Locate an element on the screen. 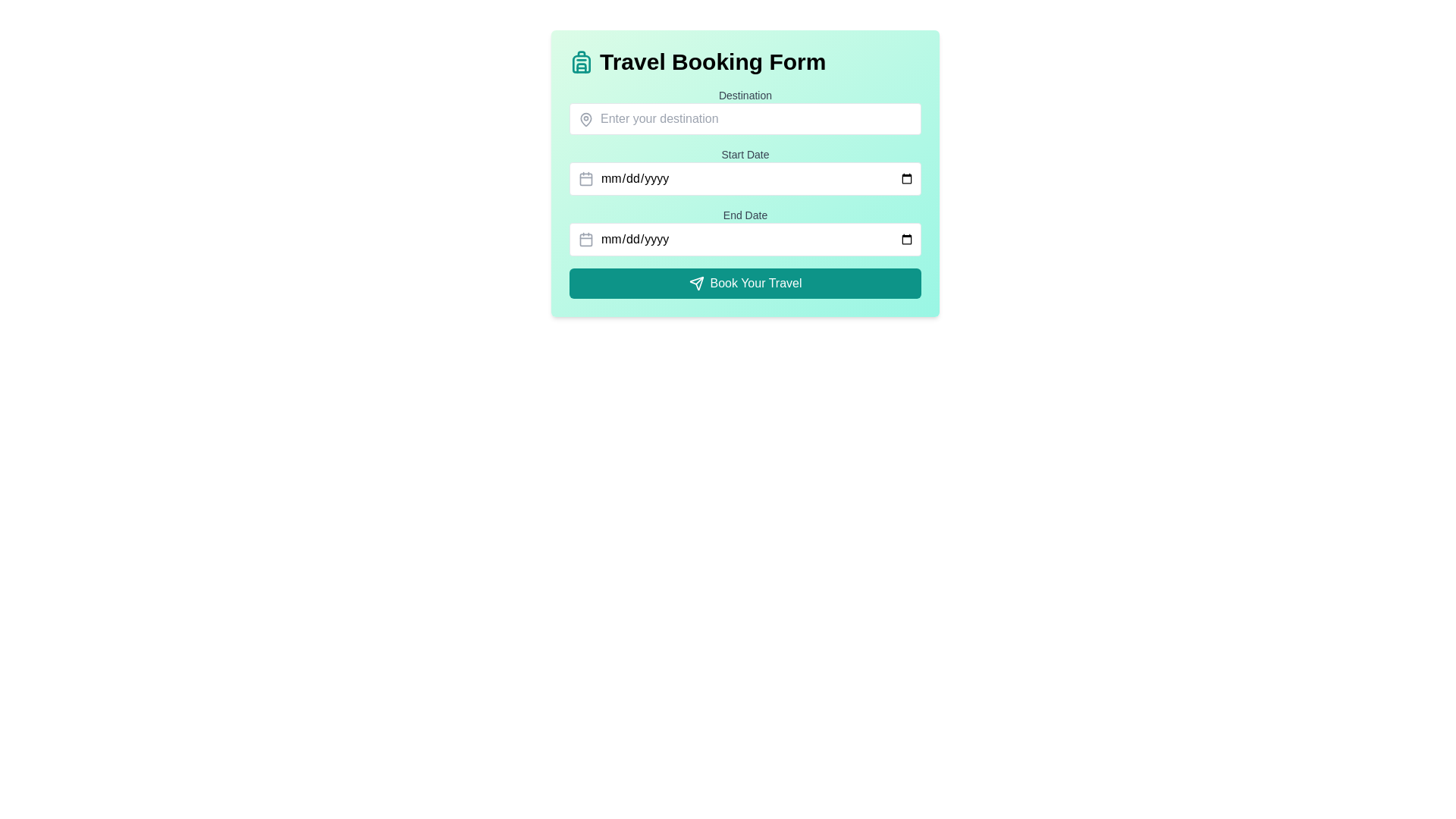 Image resolution: width=1456 pixels, height=819 pixels. the SVG graphic representing the calendar icon adjacent to the 'End Date' text field is located at coordinates (585, 239).